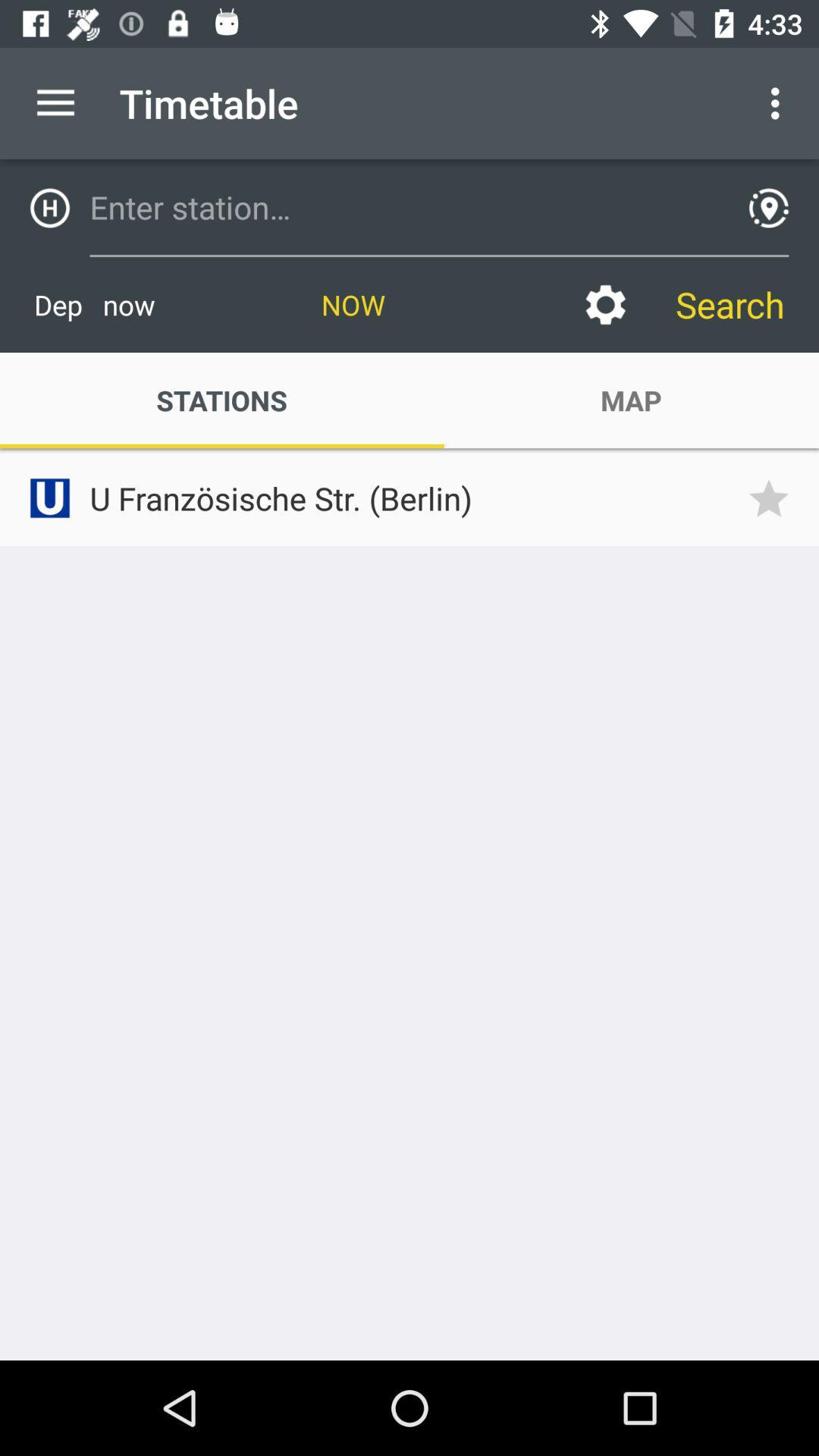 This screenshot has width=819, height=1456. I want to click on app next to the timetable app, so click(55, 102).